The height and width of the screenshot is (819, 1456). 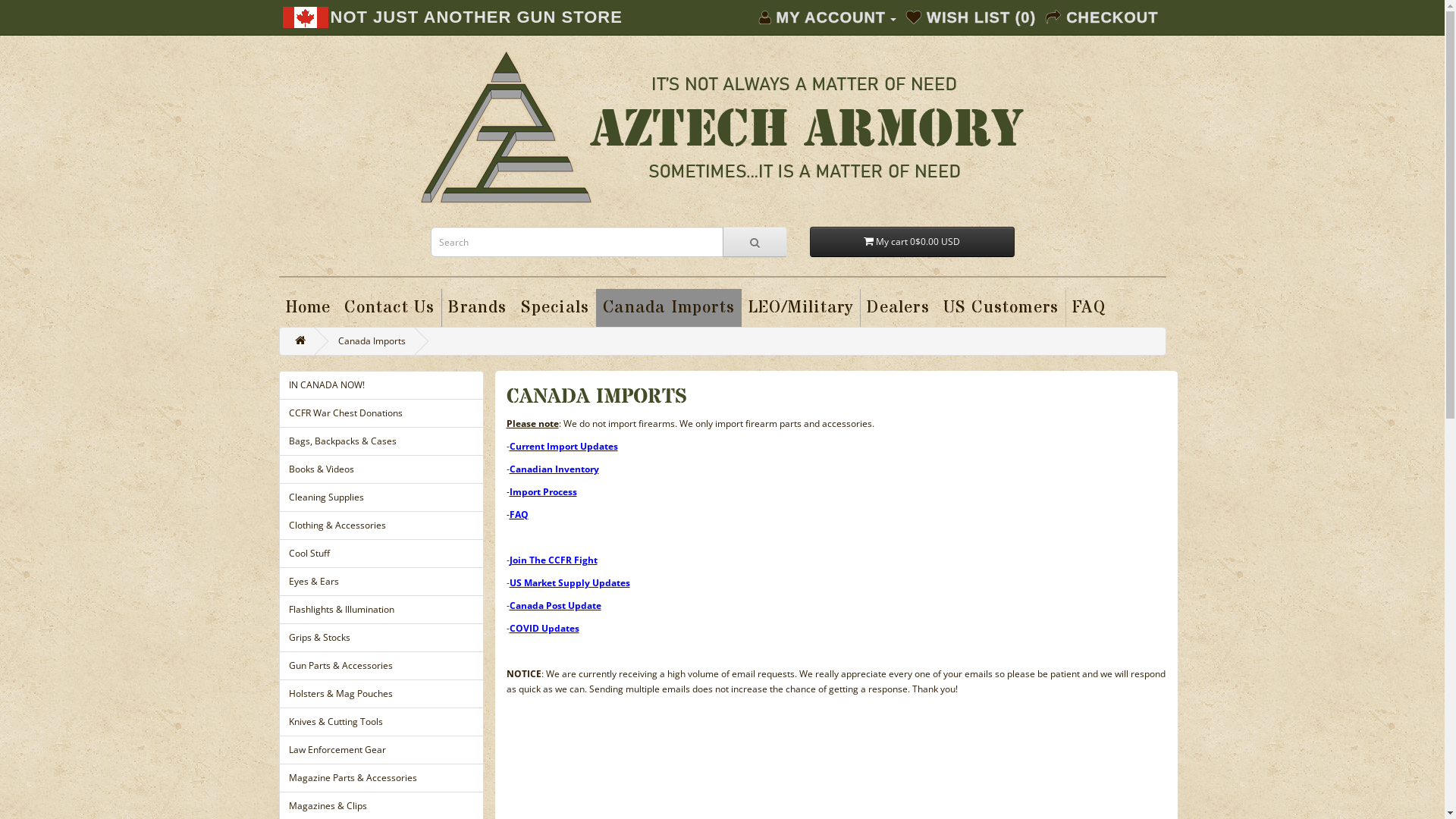 I want to click on 'Join The CCFR Fight', so click(x=552, y=560).